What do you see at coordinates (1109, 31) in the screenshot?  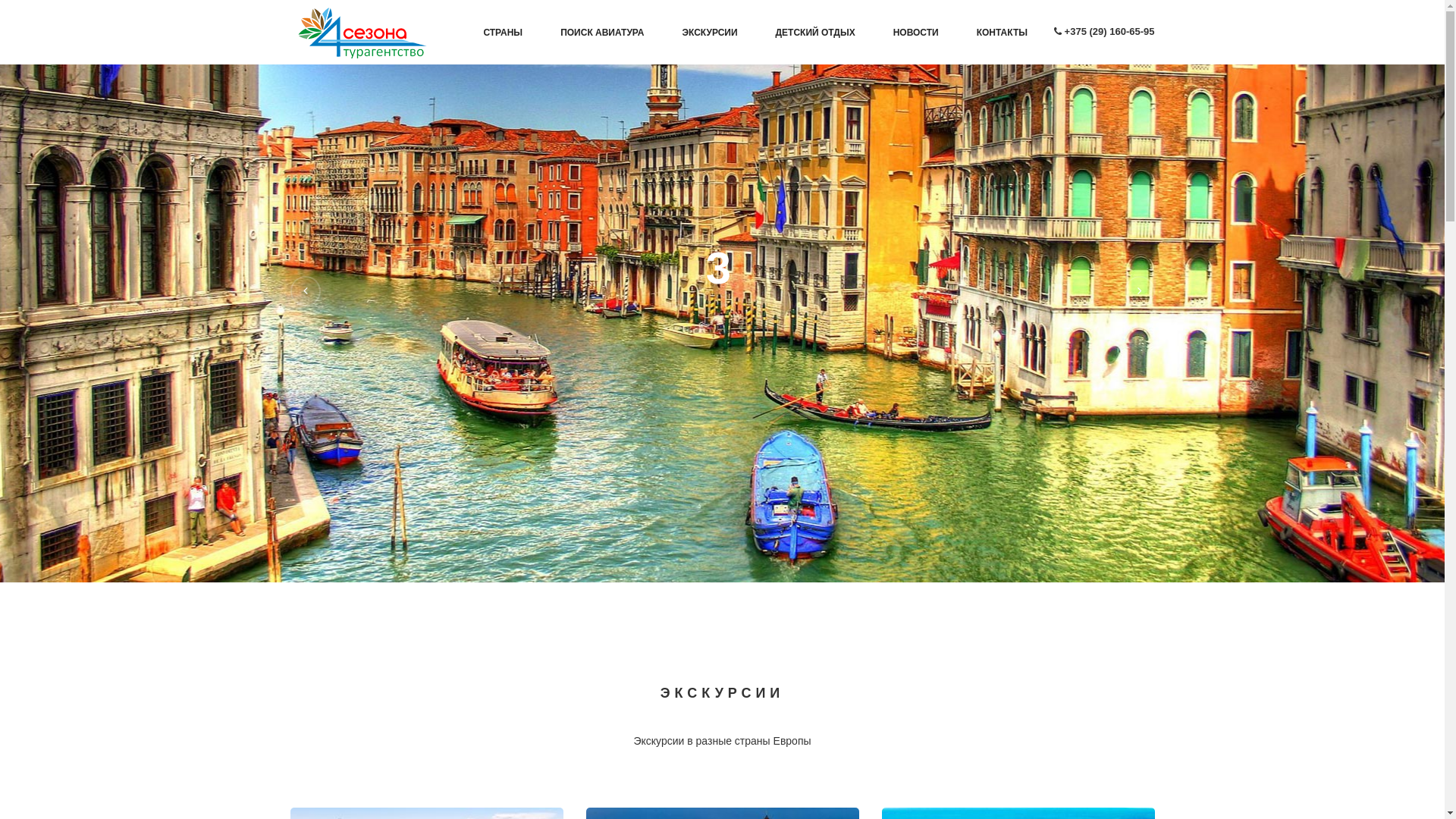 I see `'+375 (29) 160-65-95'` at bounding box center [1109, 31].